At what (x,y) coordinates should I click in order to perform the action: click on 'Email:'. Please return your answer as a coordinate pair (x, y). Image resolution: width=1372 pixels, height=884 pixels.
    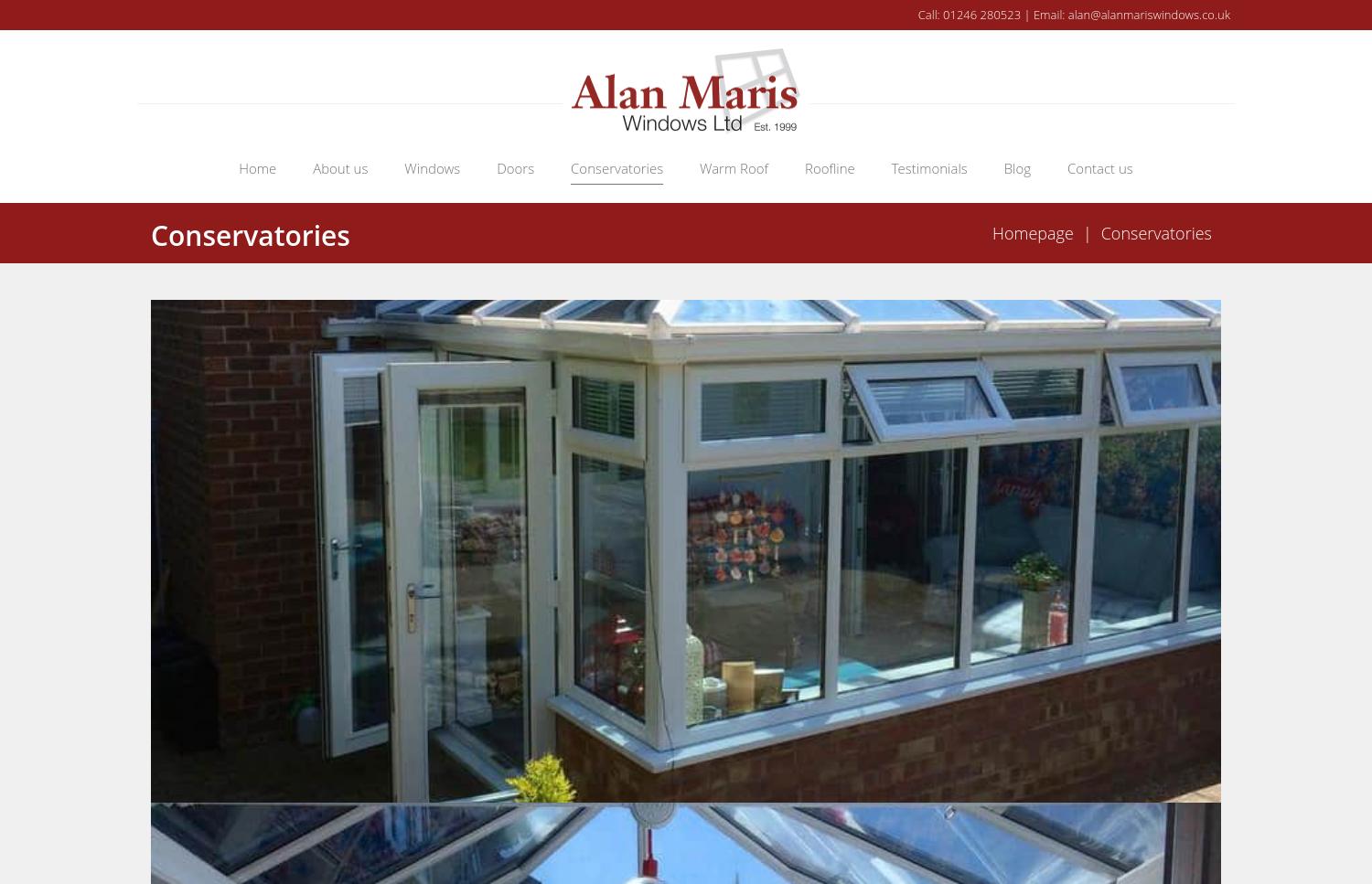
    Looking at the image, I should click on (1049, 14).